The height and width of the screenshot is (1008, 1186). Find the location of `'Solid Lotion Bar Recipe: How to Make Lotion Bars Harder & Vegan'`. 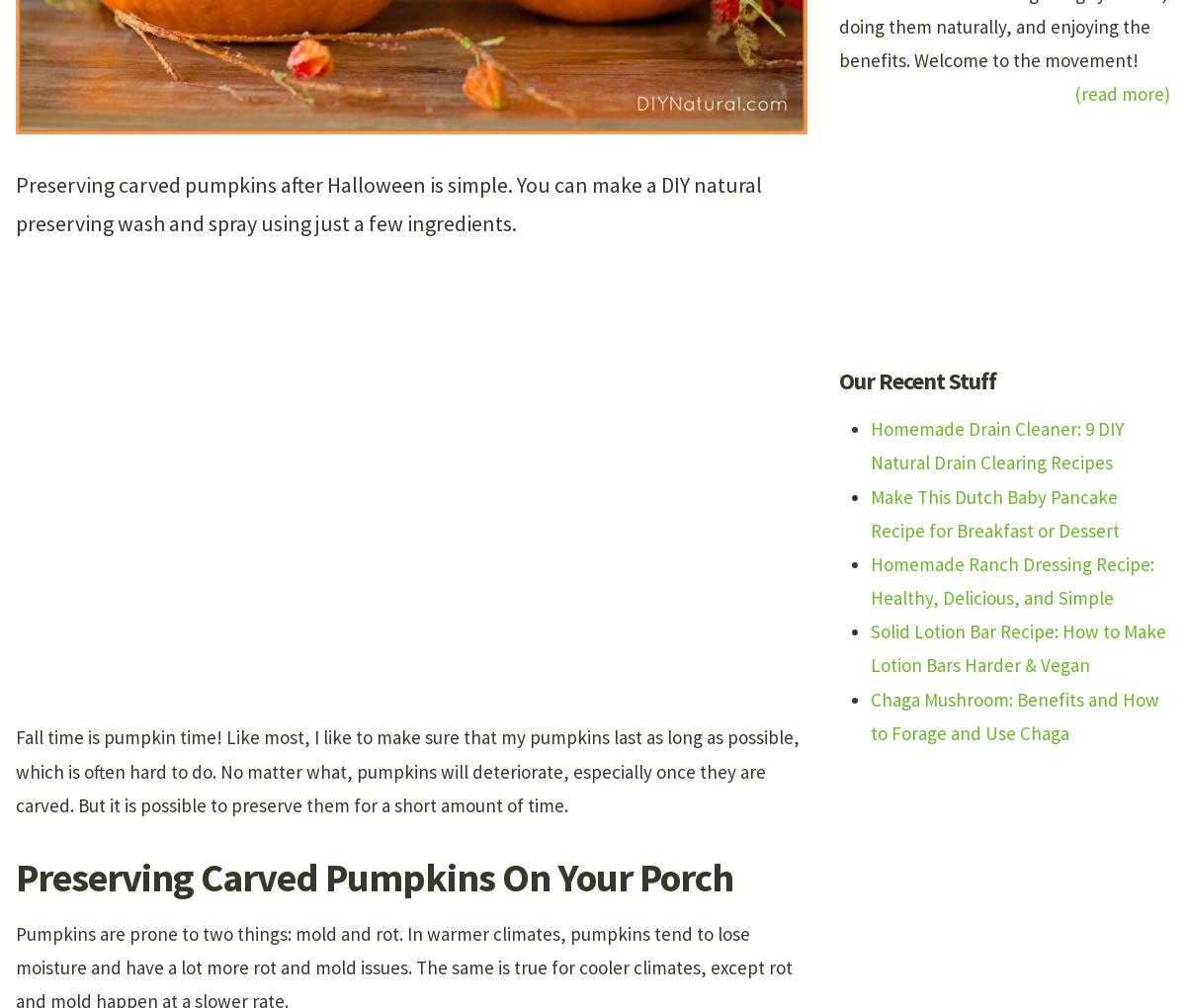

'Solid Lotion Bar Recipe: How to Make Lotion Bars Harder & Vegan' is located at coordinates (1018, 647).